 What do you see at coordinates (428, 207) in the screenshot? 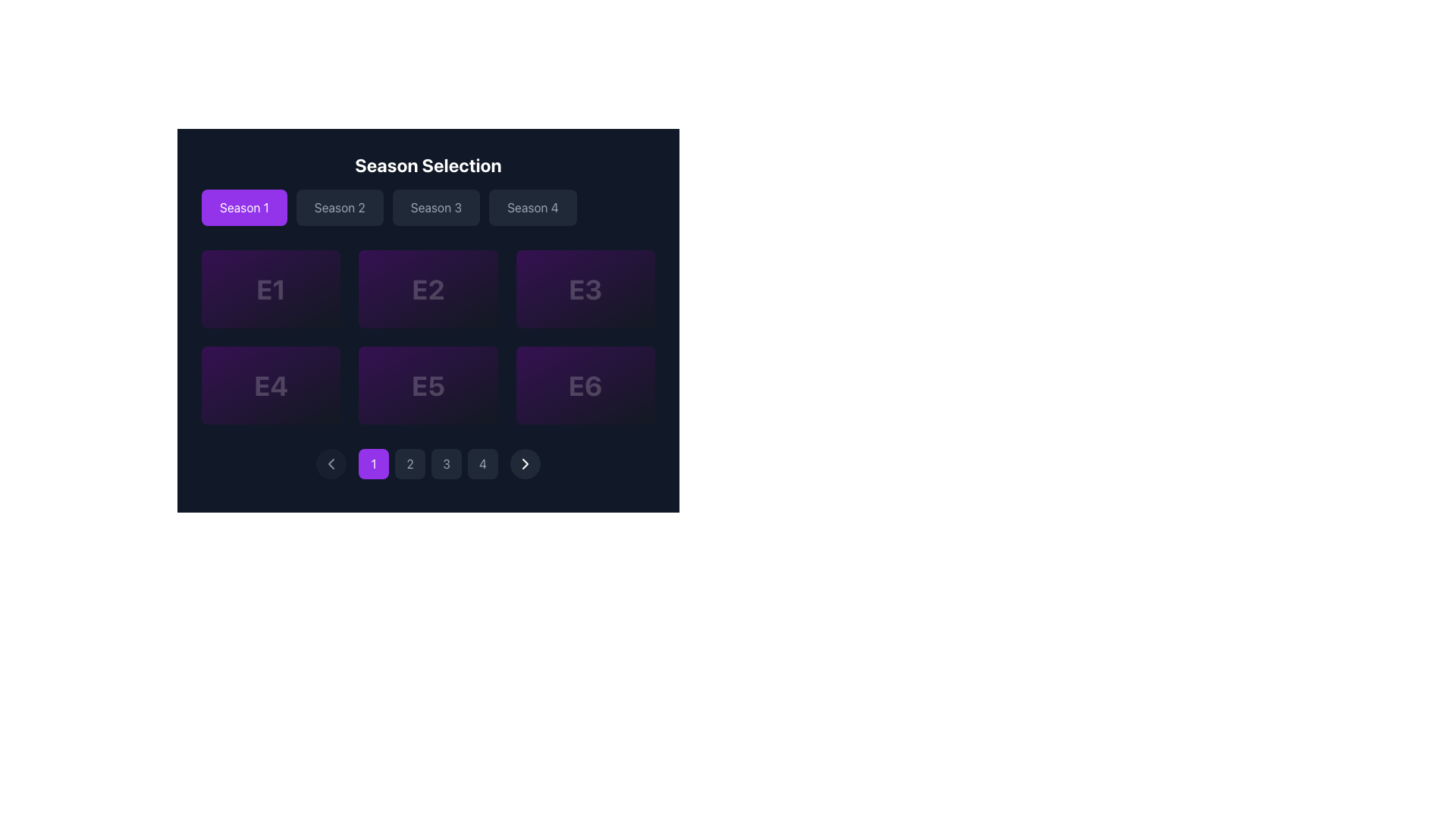
I see `the group of buttons for season selection located beneath the 'Season Selection' heading` at bounding box center [428, 207].